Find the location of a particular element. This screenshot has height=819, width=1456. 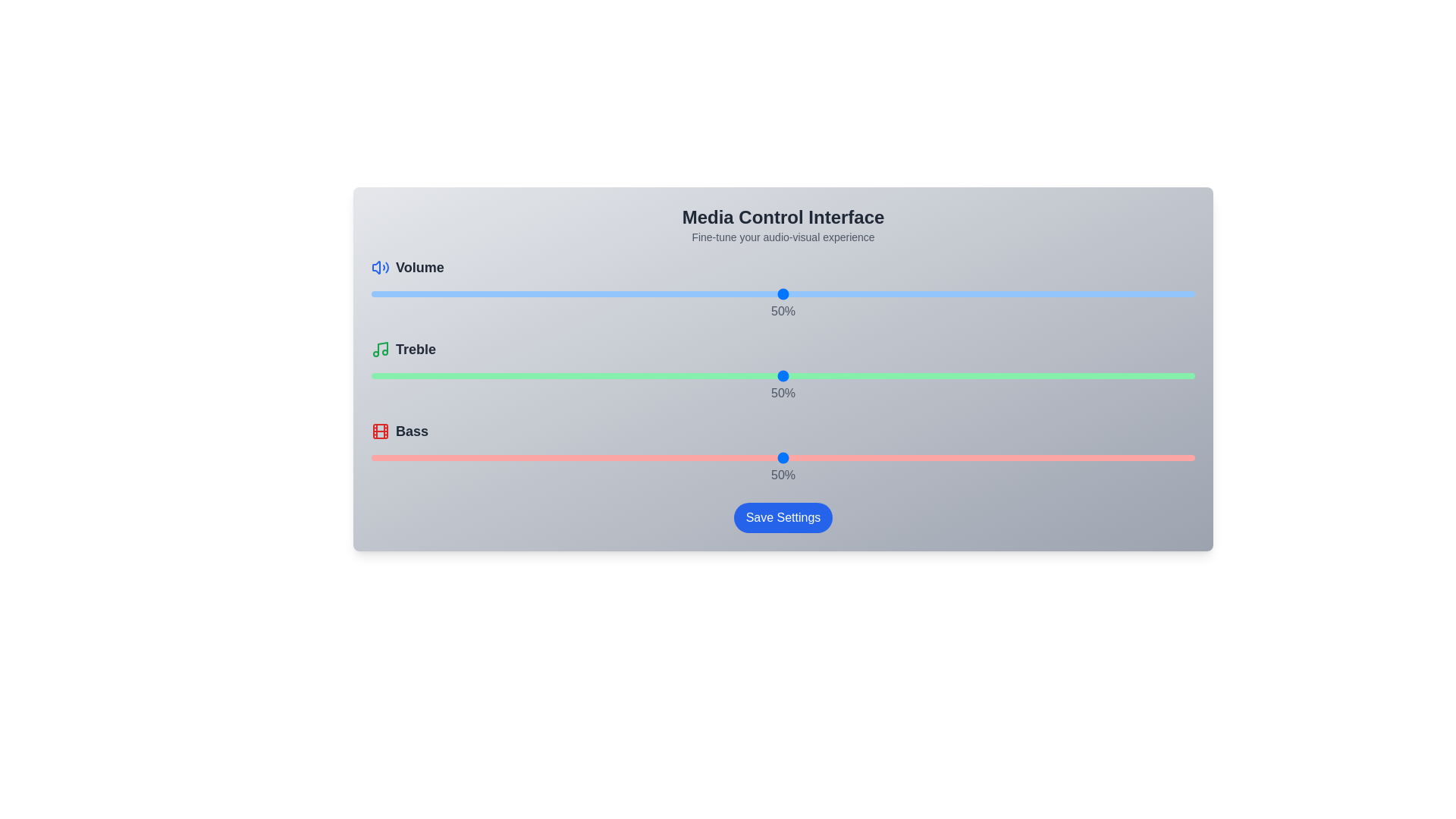

the static text label displaying '50%' in gray color, located at the bottom of the 'Treble' section is located at coordinates (783, 393).